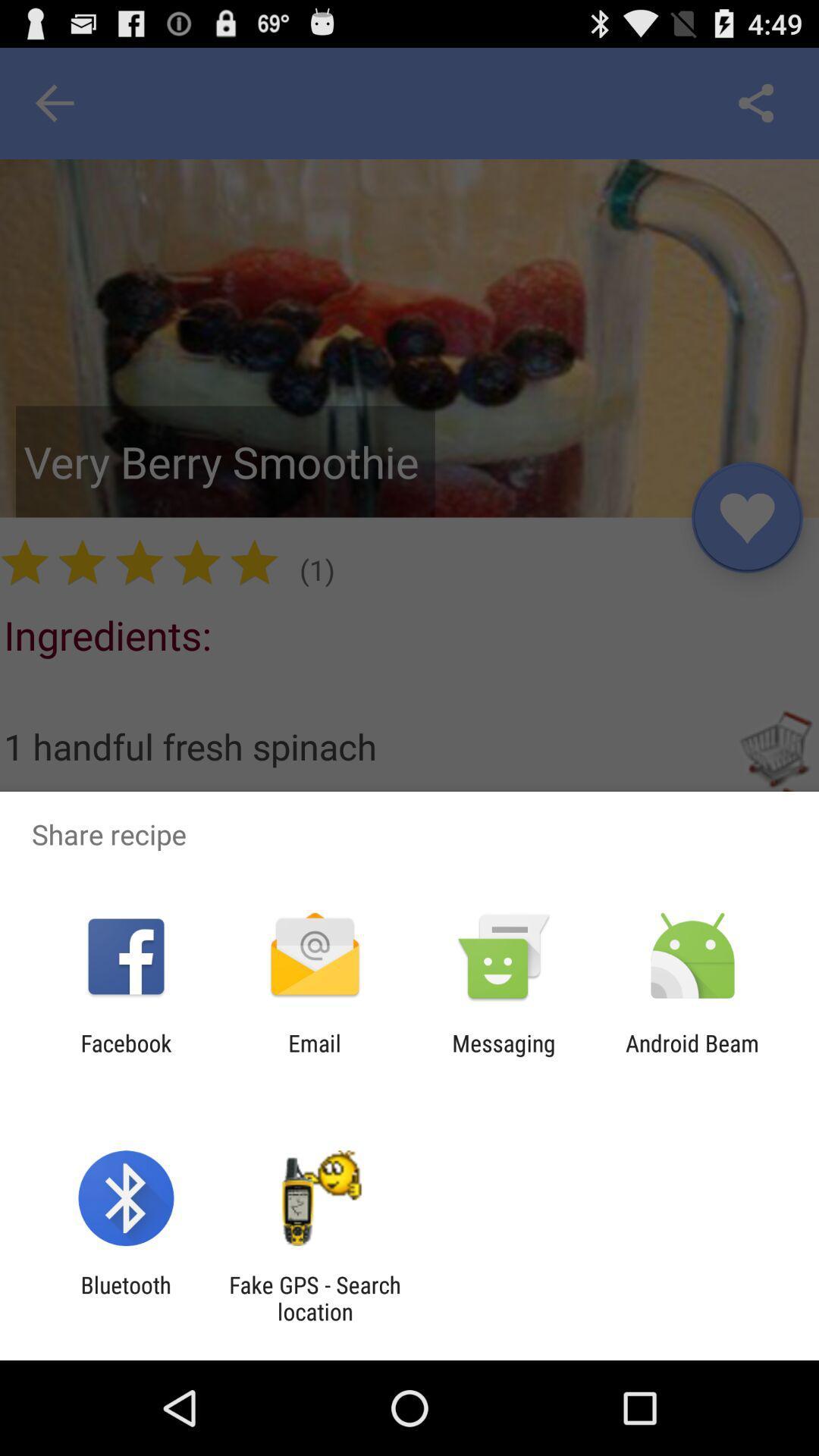  What do you see at coordinates (692, 1056) in the screenshot?
I see `the android beam item` at bounding box center [692, 1056].